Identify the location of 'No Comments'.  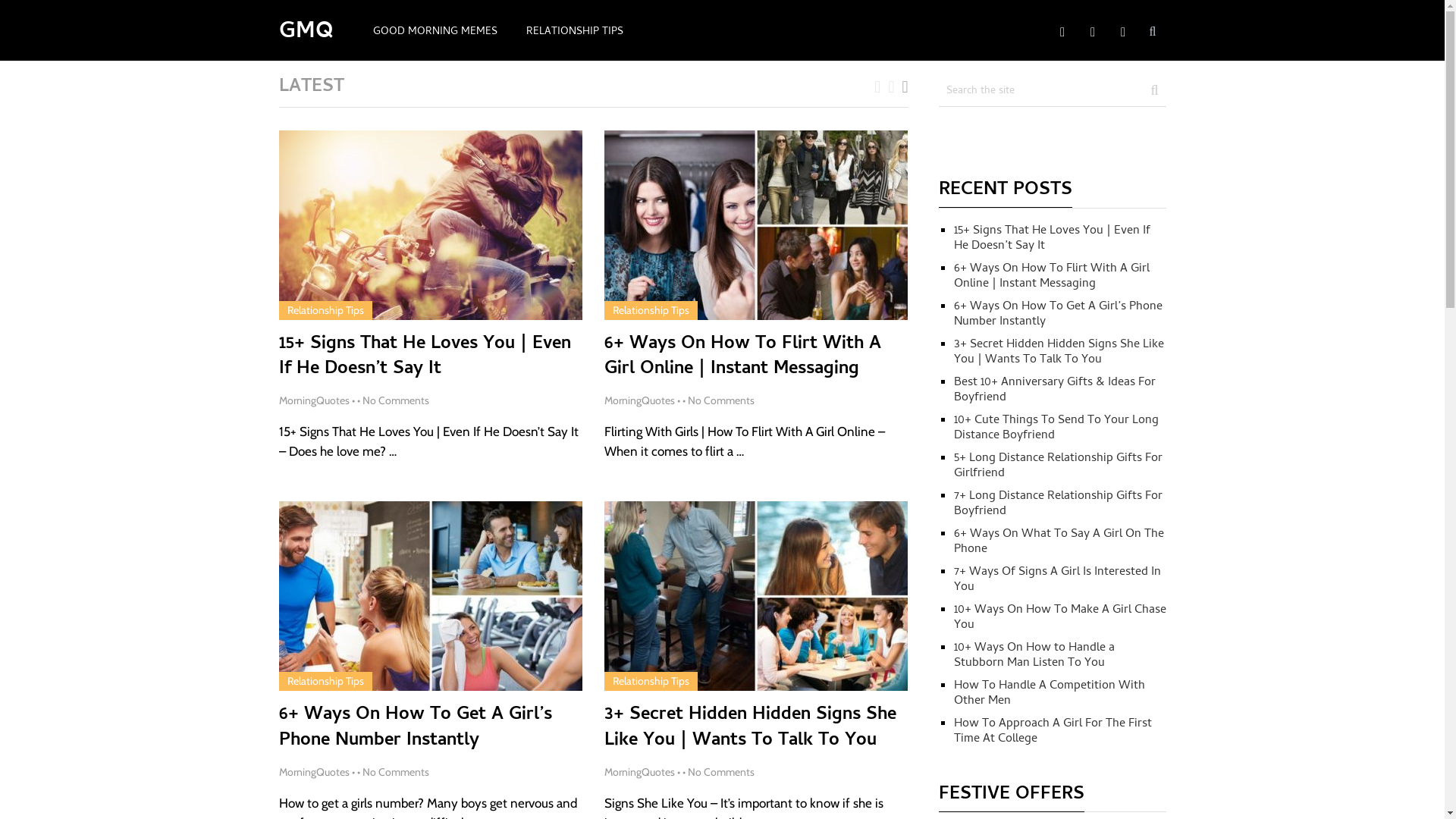
(396, 772).